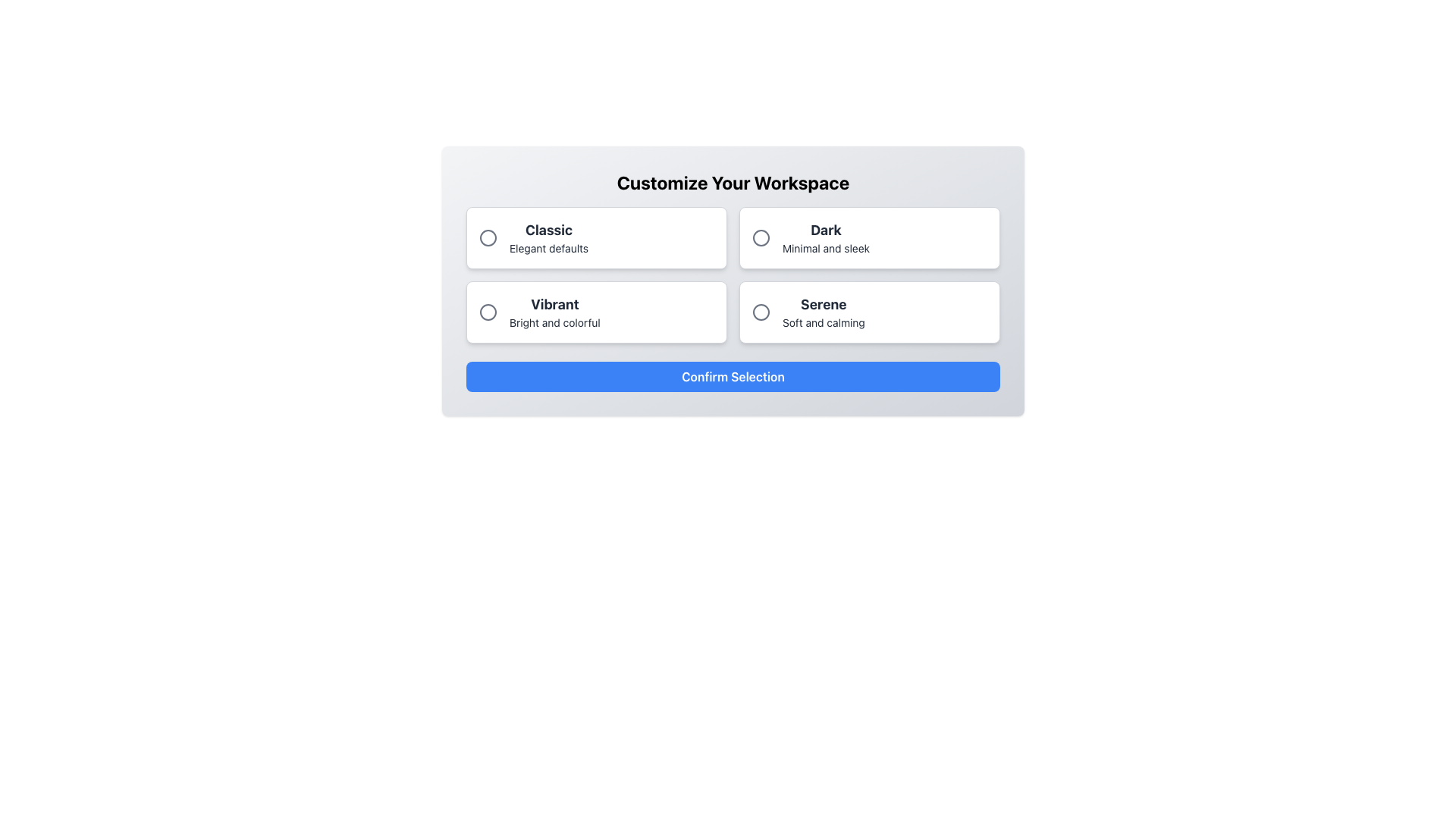  Describe the element at coordinates (825, 231) in the screenshot. I see `the 'Dark' theme title text label, which is positioned in the second option of the theme selection grid, above 'Vibrant' and to the right of 'Classic'` at that location.